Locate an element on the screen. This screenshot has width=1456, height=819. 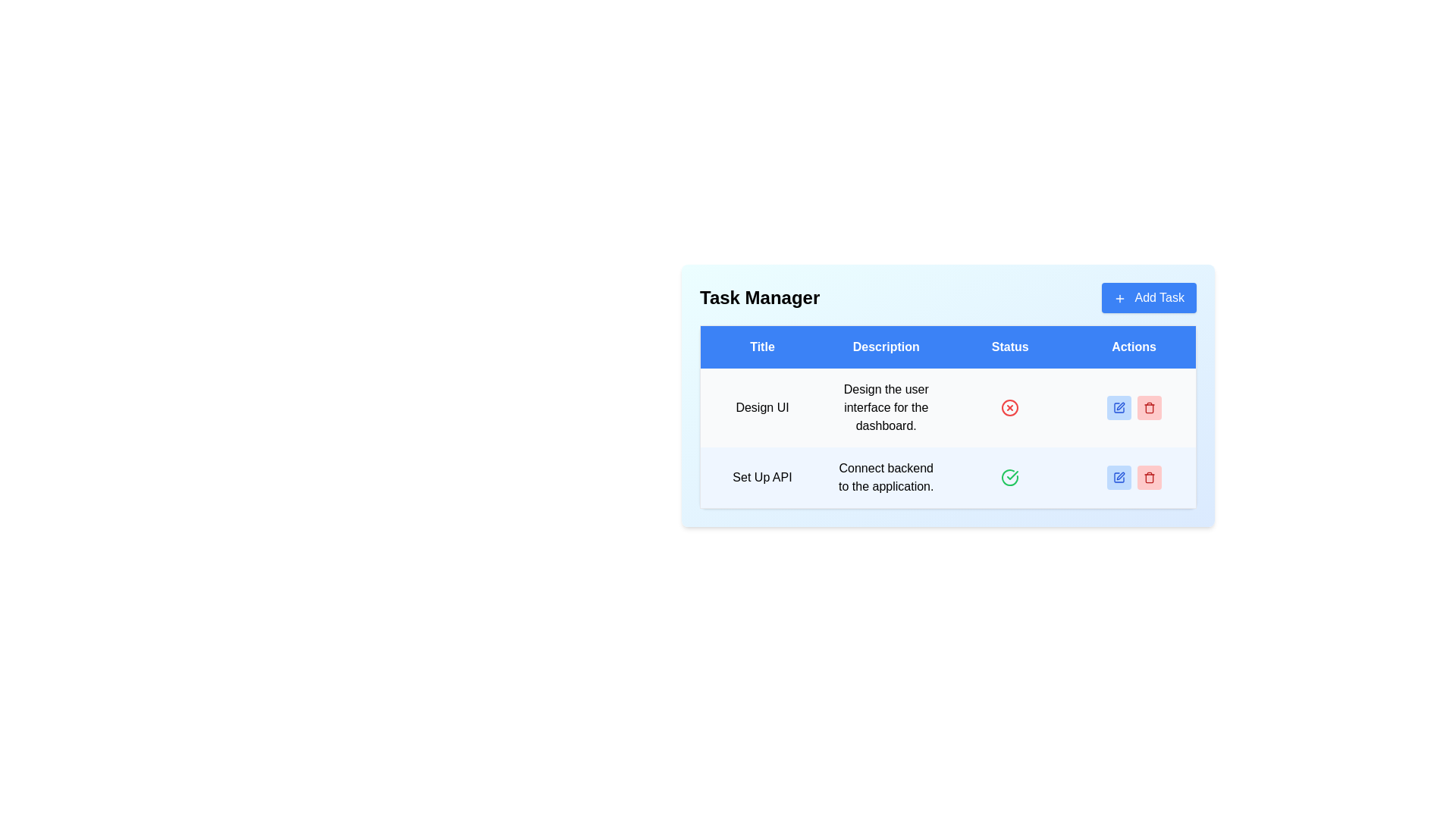
the table cell containing the text 'Connect backend to the application.' located in the second row under the 'Description' column is located at coordinates (886, 478).